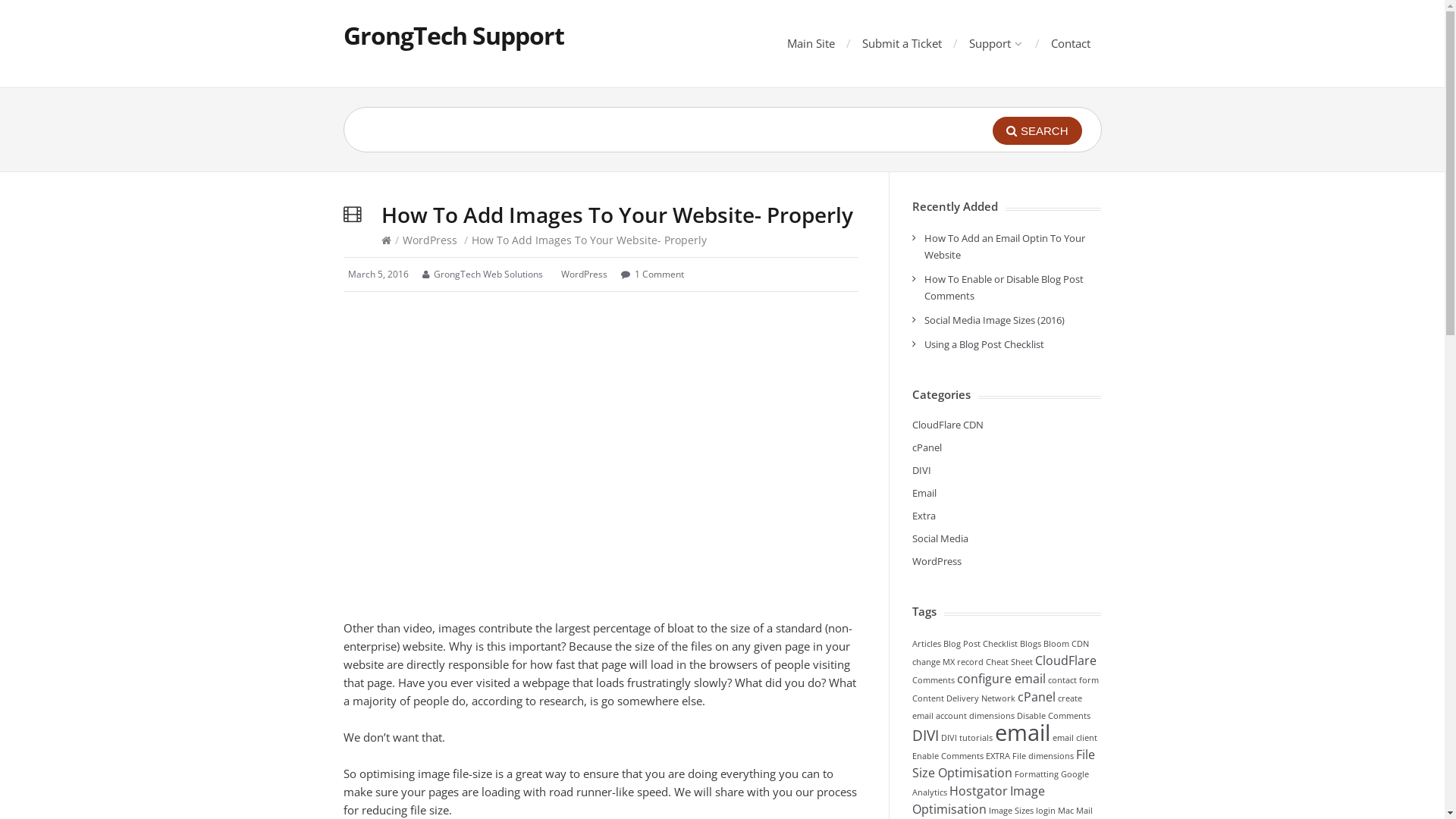 The image size is (1456, 819). Describe the element at coordinates (938, 537) in the screenshot. I see `'Social Media'` at that location.